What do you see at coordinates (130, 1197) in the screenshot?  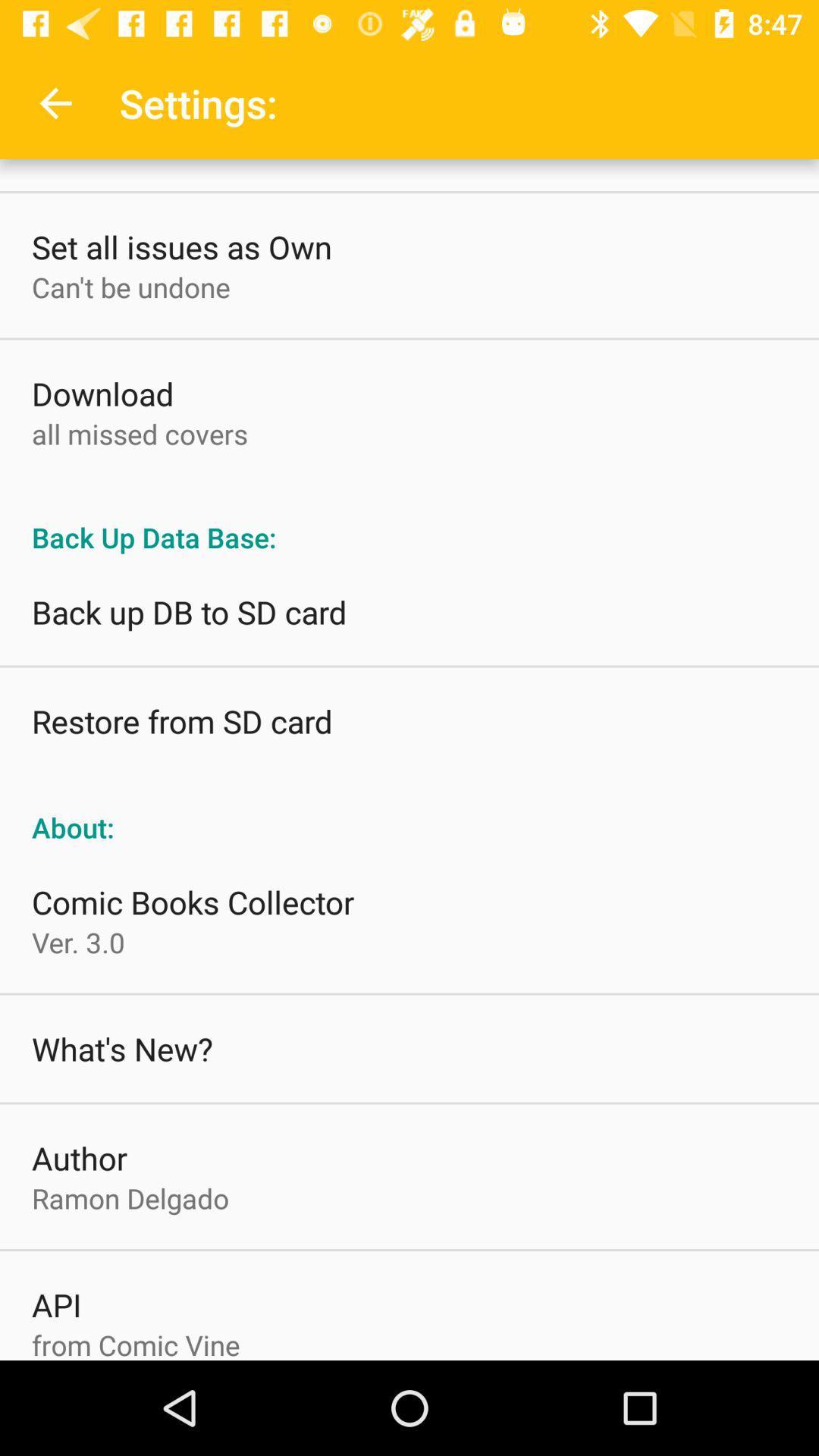 I see `item above the api icon` at bounding box center [130, 1197].